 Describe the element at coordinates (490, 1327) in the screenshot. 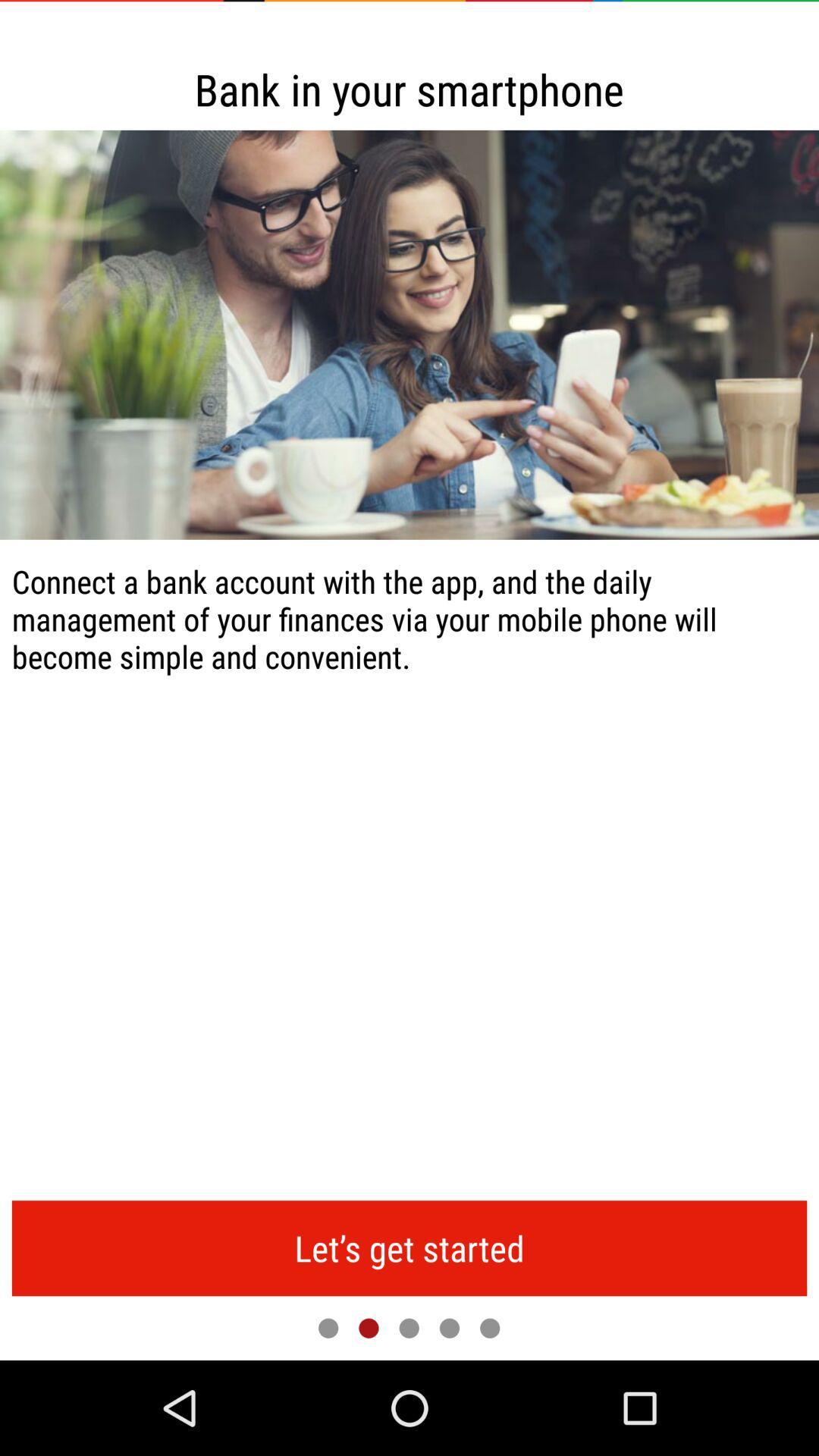

I see `icon below the let s get icon` at that location.